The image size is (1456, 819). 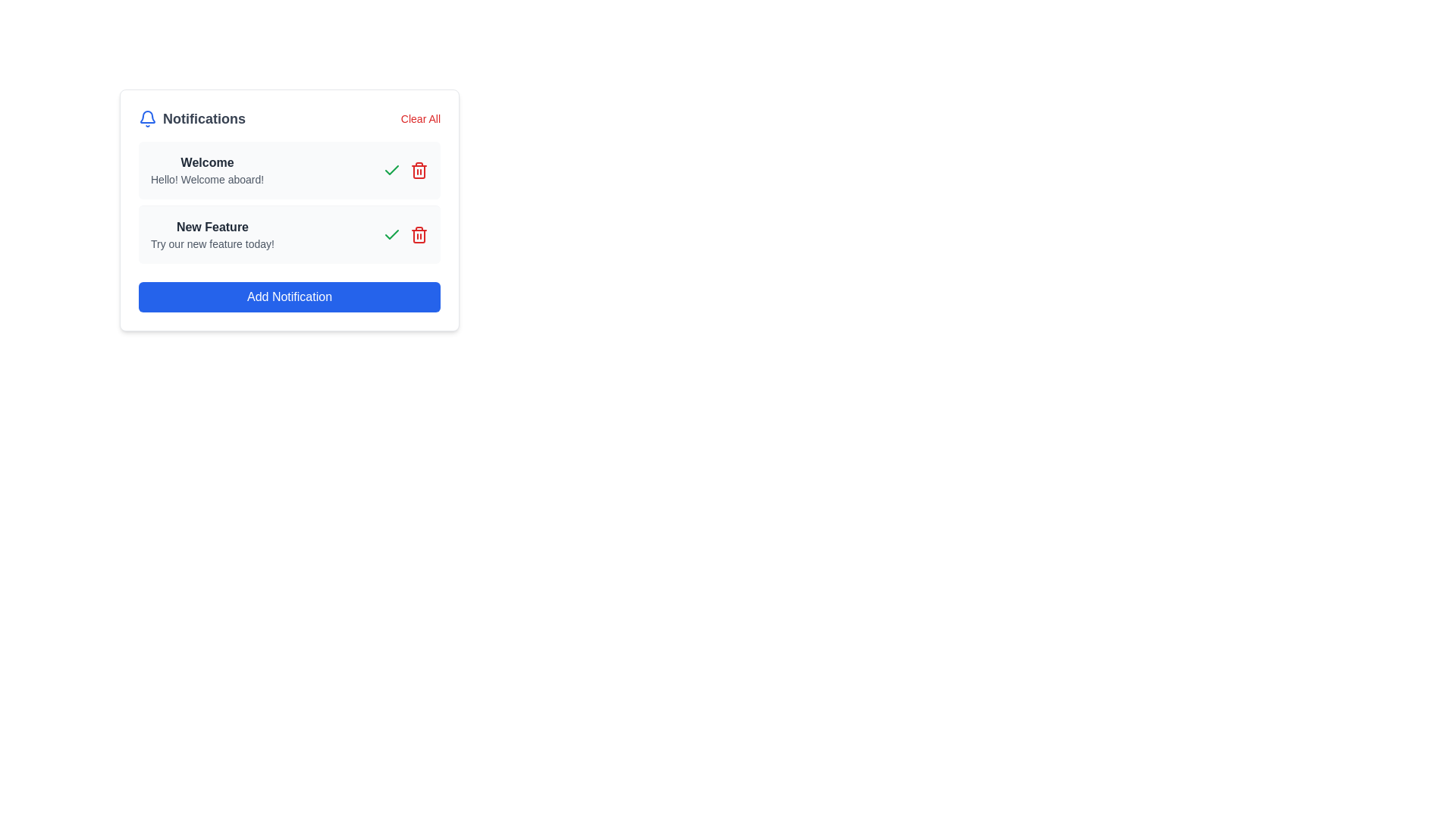 I want to click on the text label element displaying 'New Feature', which is styled with bold dark gray text and is positioned prominently in the notification message, so click(x=212, y=227).